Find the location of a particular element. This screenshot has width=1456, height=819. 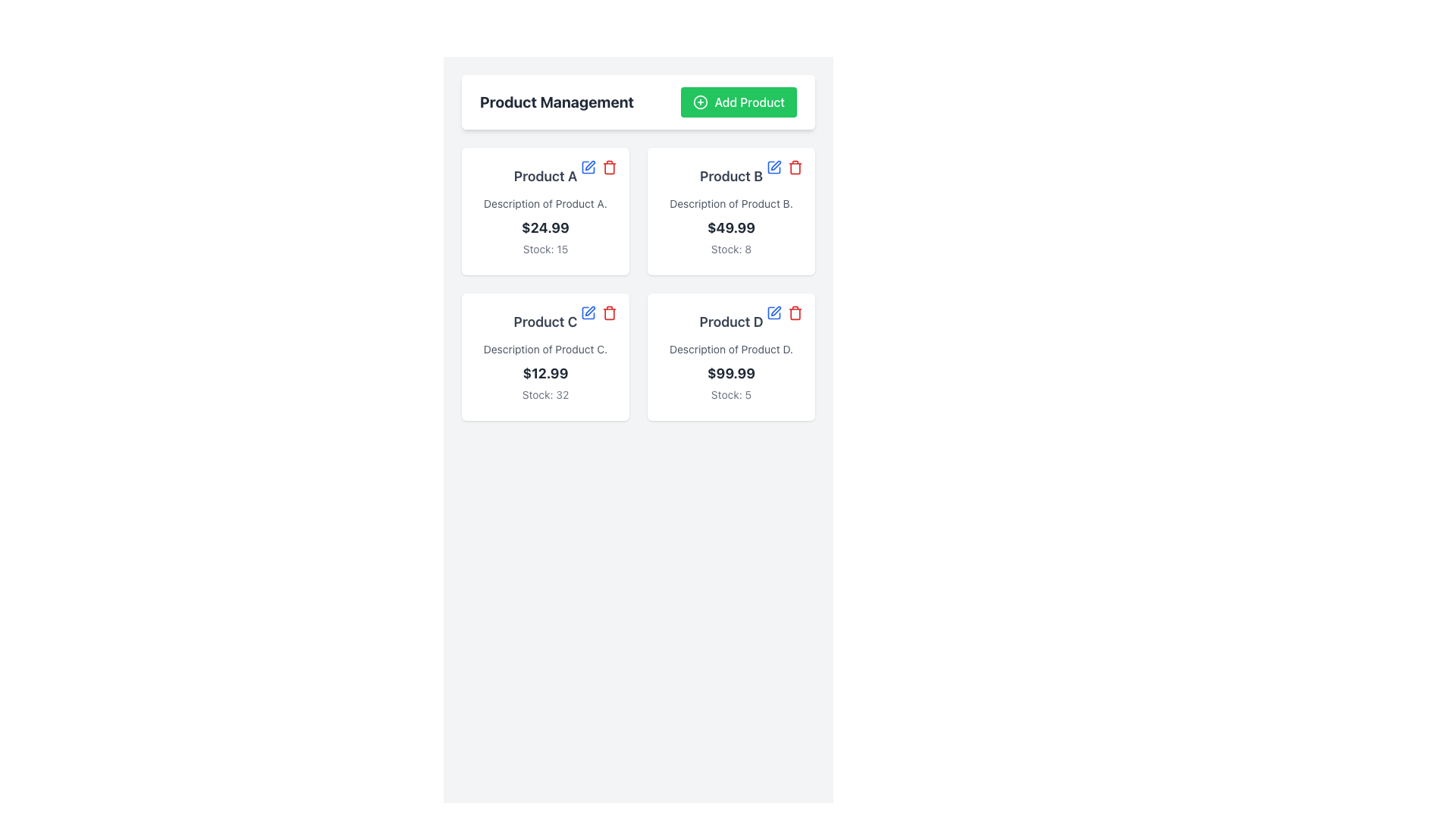

the delete button for 'Product C', which is the third action button in the top-right corner of its product card is located at coordinates (610, 312).